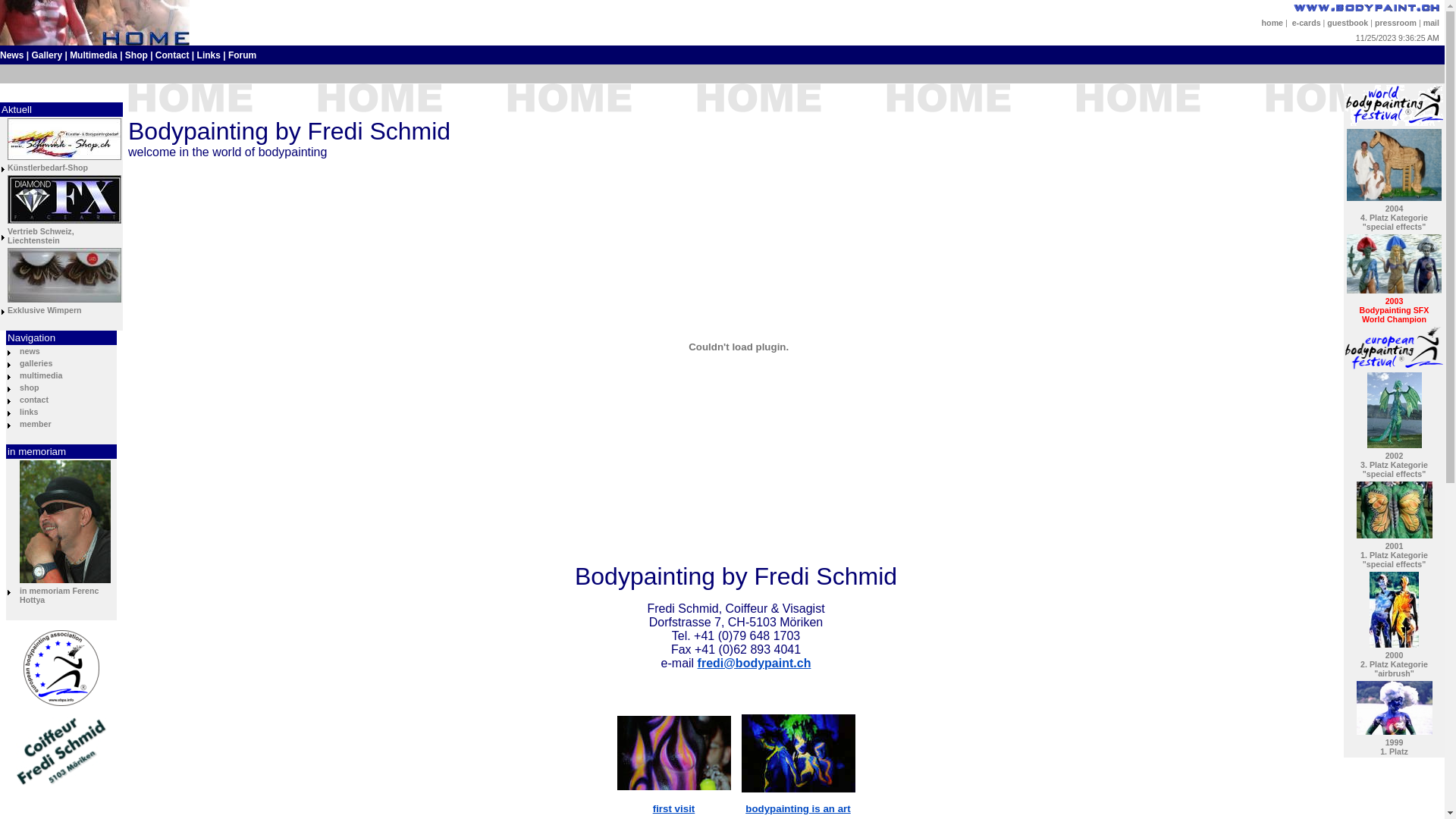 The height and width of the screenshot is (819, 1456). What do you see at coordinates (1375, 23) in the screenshot?
I see `'pressroom'` at bounding box center [1375, 23].